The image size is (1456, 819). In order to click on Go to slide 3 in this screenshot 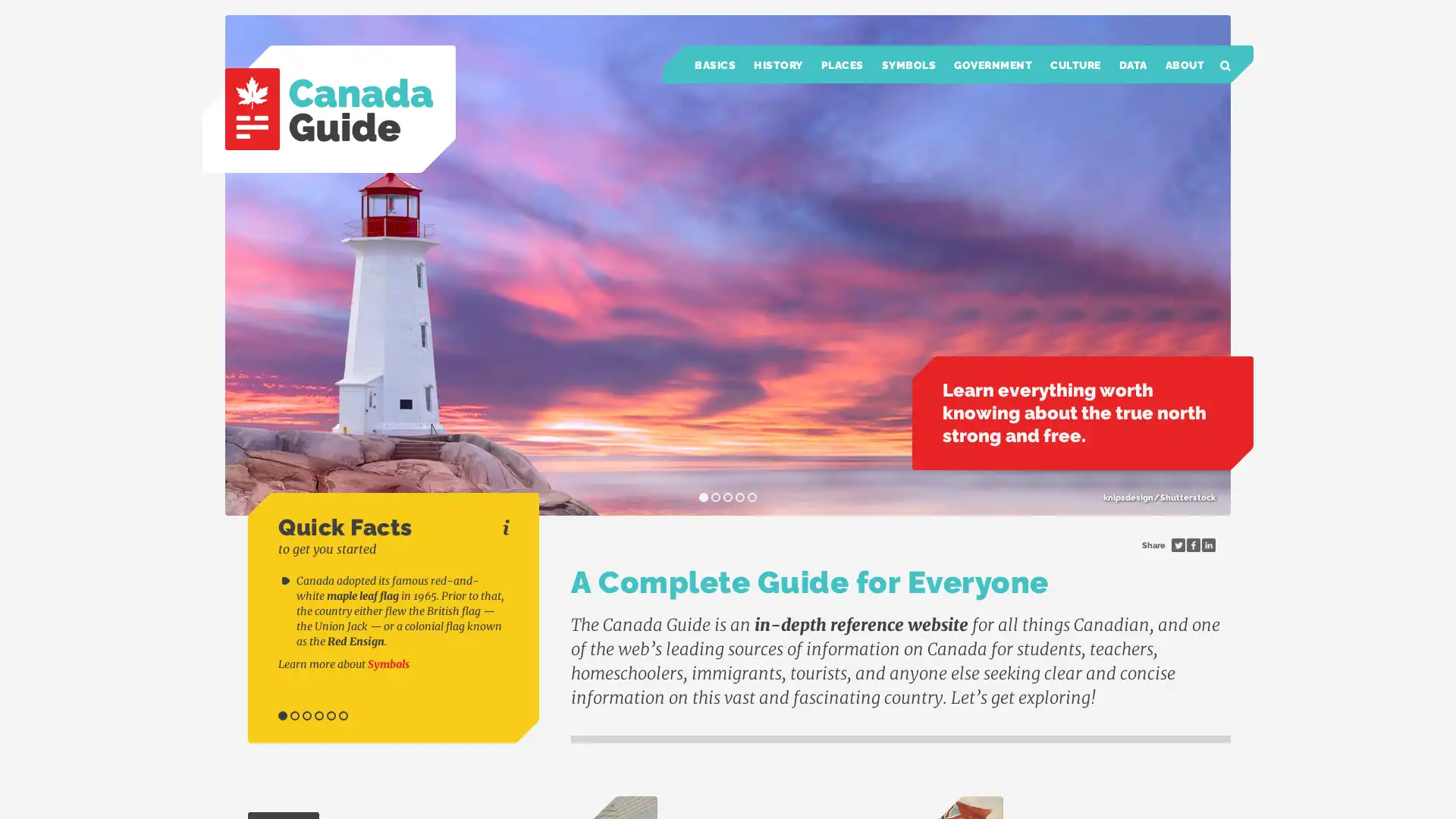, I will do `click(728, 497)`.